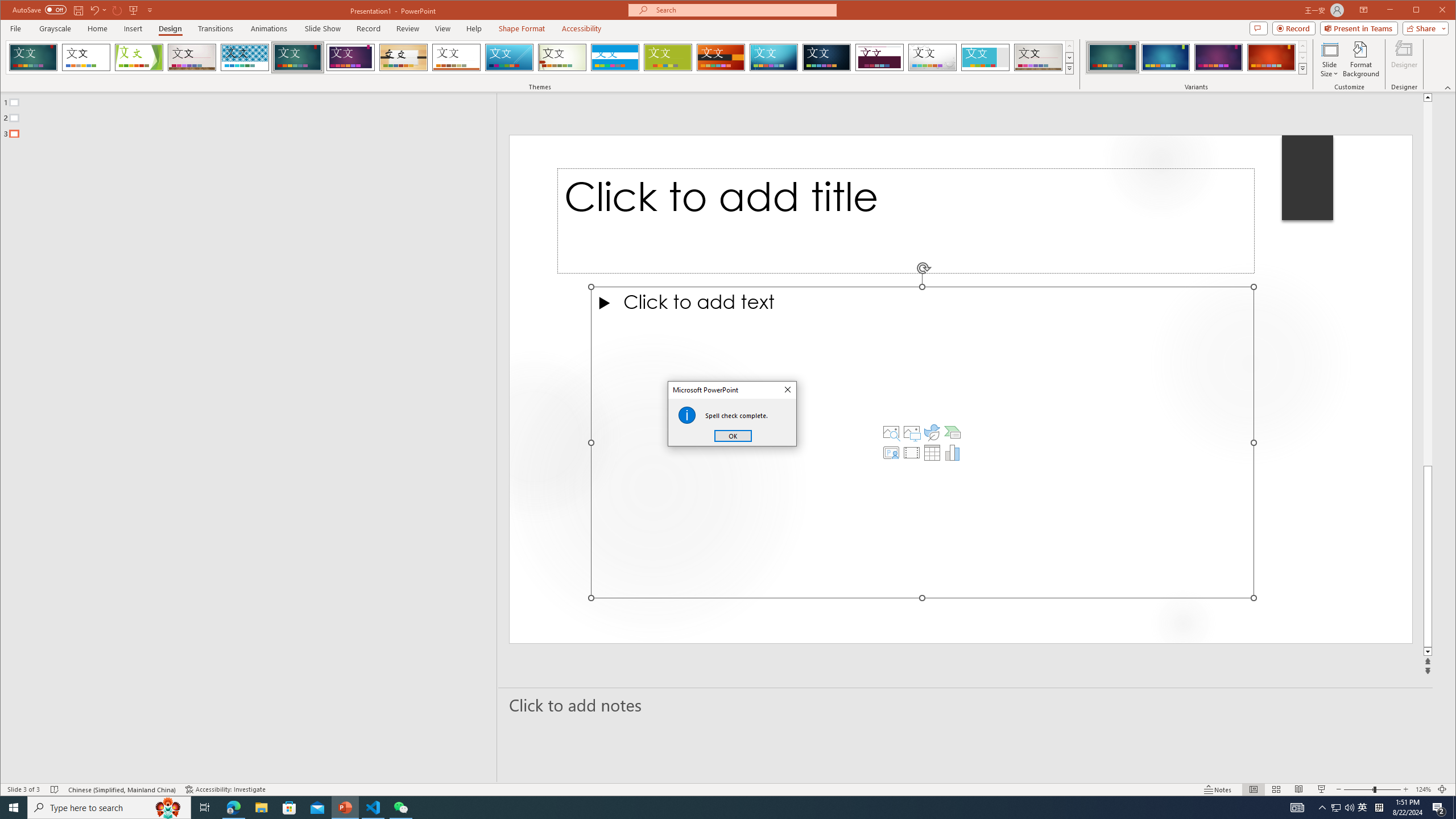 This screenshot has width=1456, height=819. What do you see at coordinates (85, 57) in the screenshot?
I see `'Office Theme'` at bounding box center [85, 57].